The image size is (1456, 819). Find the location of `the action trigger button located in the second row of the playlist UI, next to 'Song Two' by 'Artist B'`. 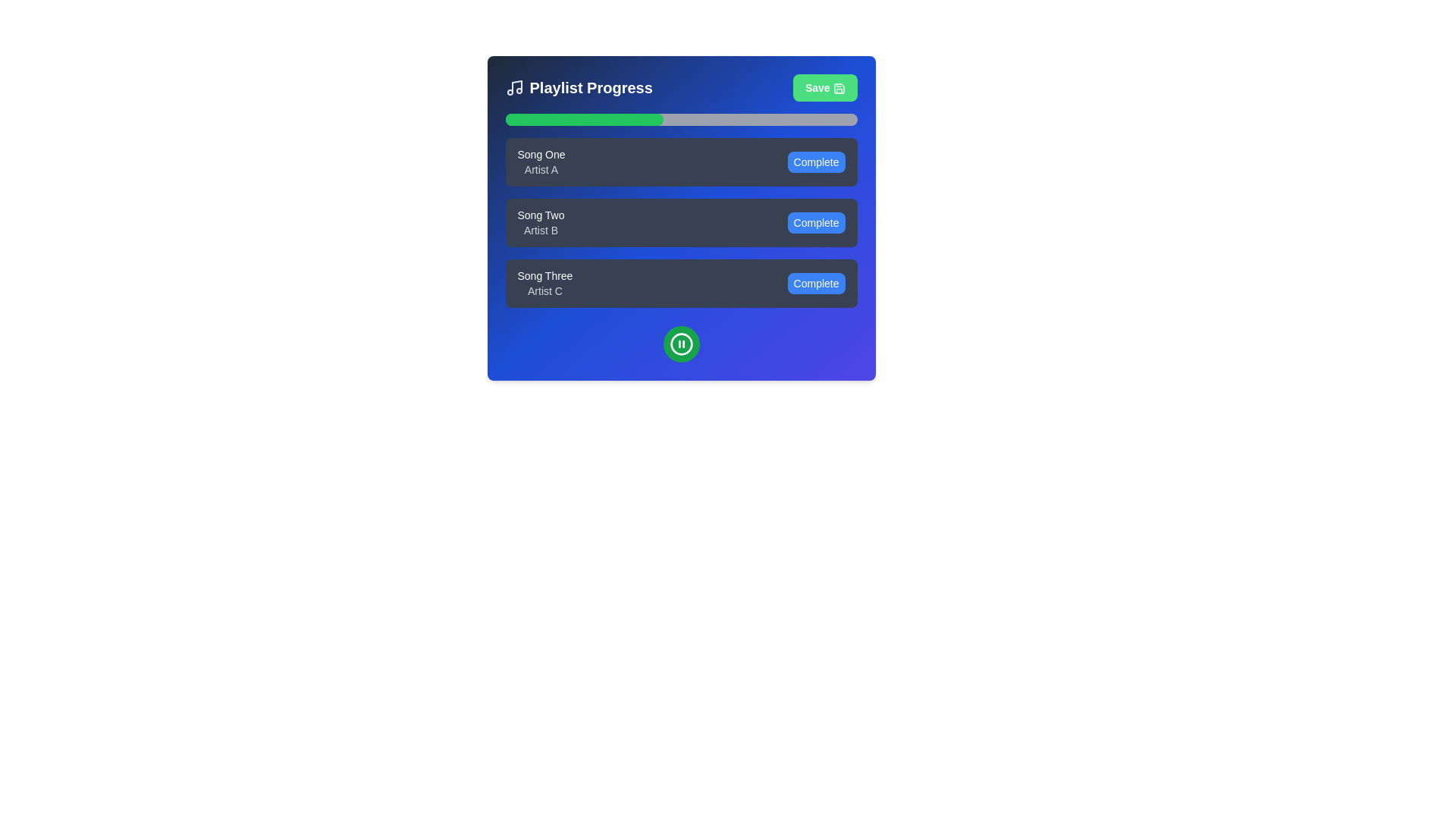

the action trigger button located in the second row of the playlist UI, next to 'Song Two' by 'Artist B' is located at coordinates (815, 222).